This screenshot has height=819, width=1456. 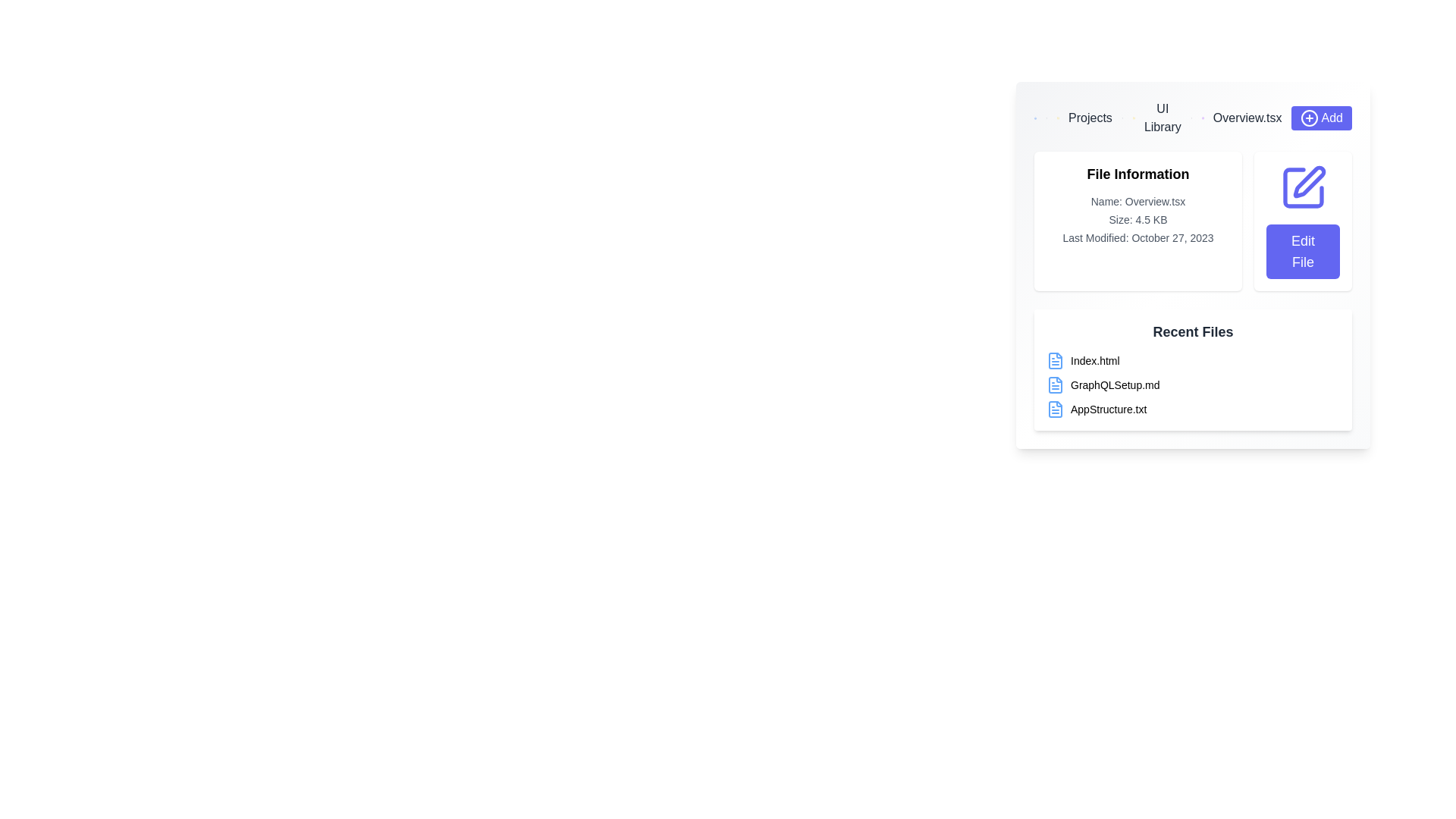 What do you see at coordinates (1055, 384) in the screenshot?
I see `the blue document file icon in the 'Recent Files' section` at bounding box center [1055, 384].